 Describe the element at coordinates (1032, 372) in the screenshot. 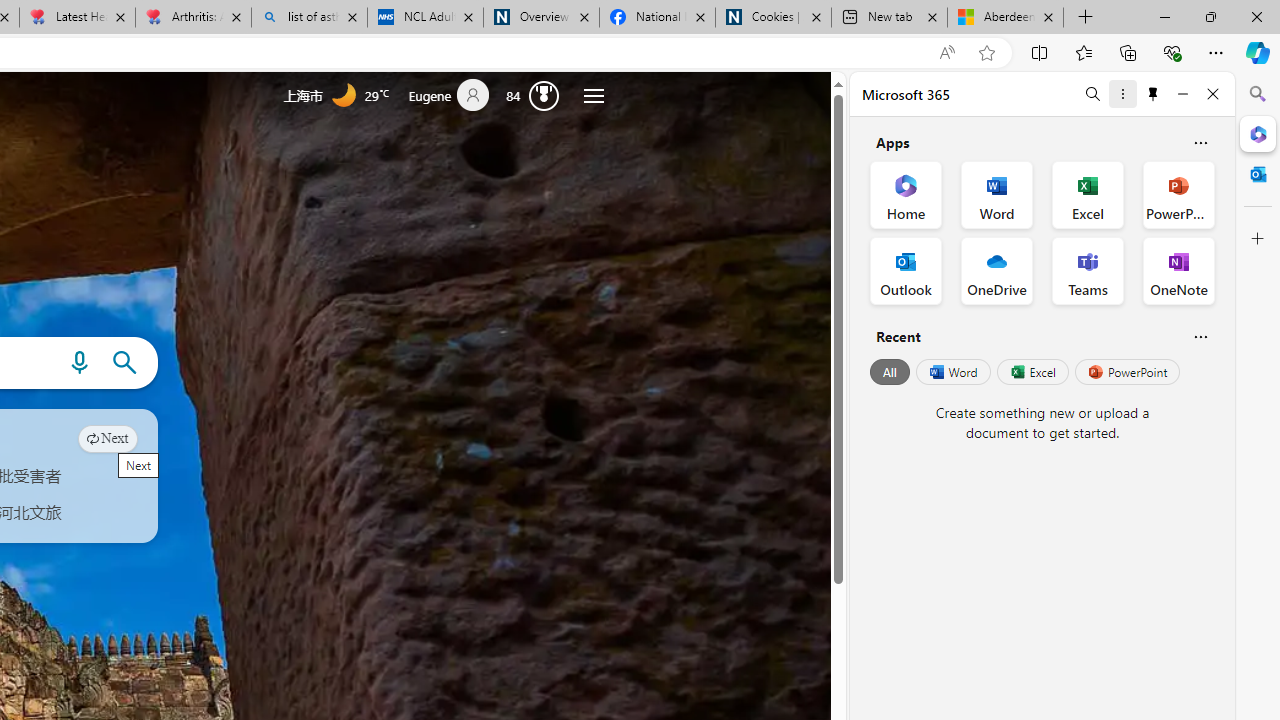

I see `'Excel'` at that location.